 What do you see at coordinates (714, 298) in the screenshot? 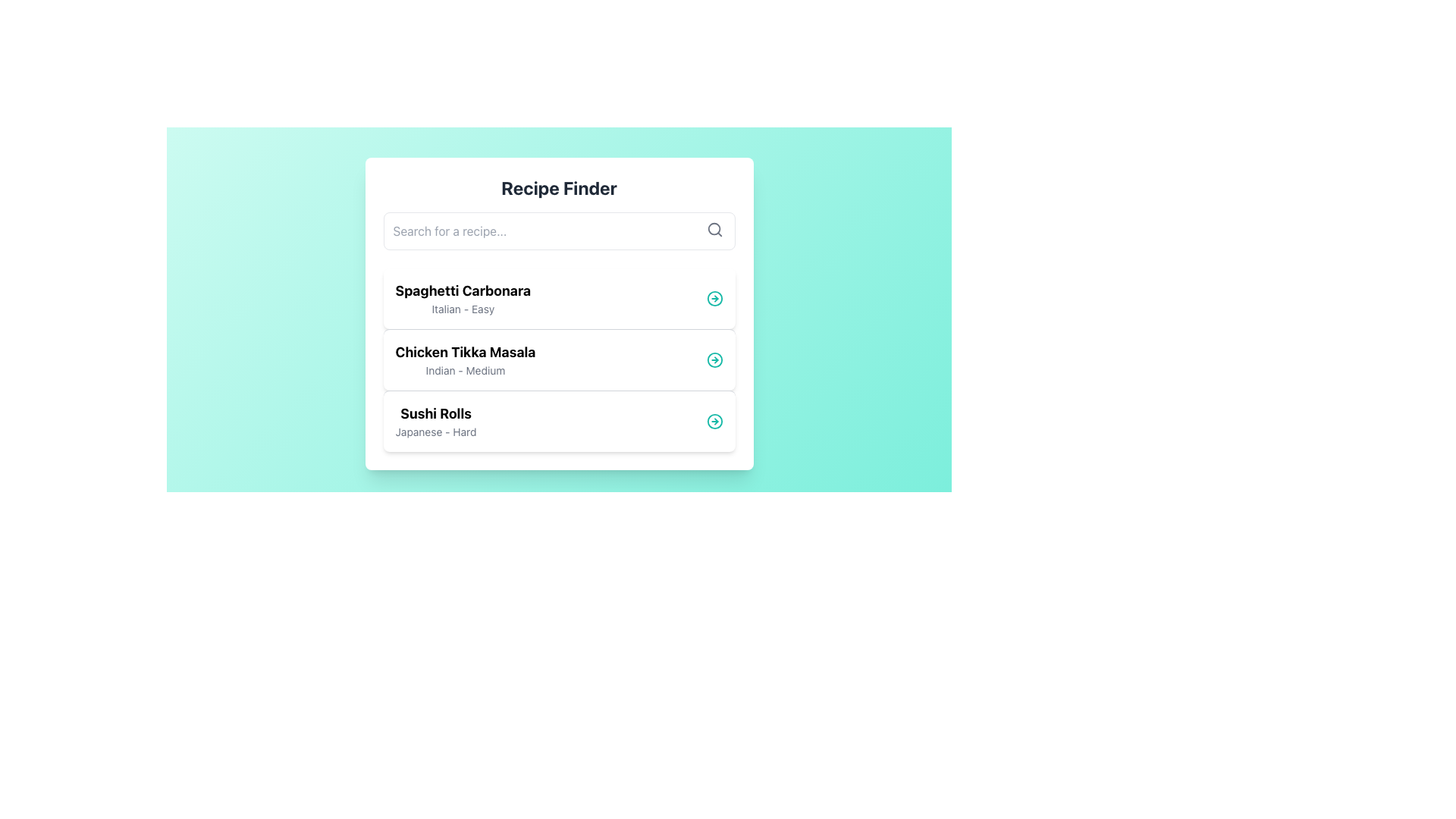
I see `the circular indicator element next to the 'Spaghetti Carbonara' recipe in the 'Recipe Finder' interface` at bounding box center [714, 298].